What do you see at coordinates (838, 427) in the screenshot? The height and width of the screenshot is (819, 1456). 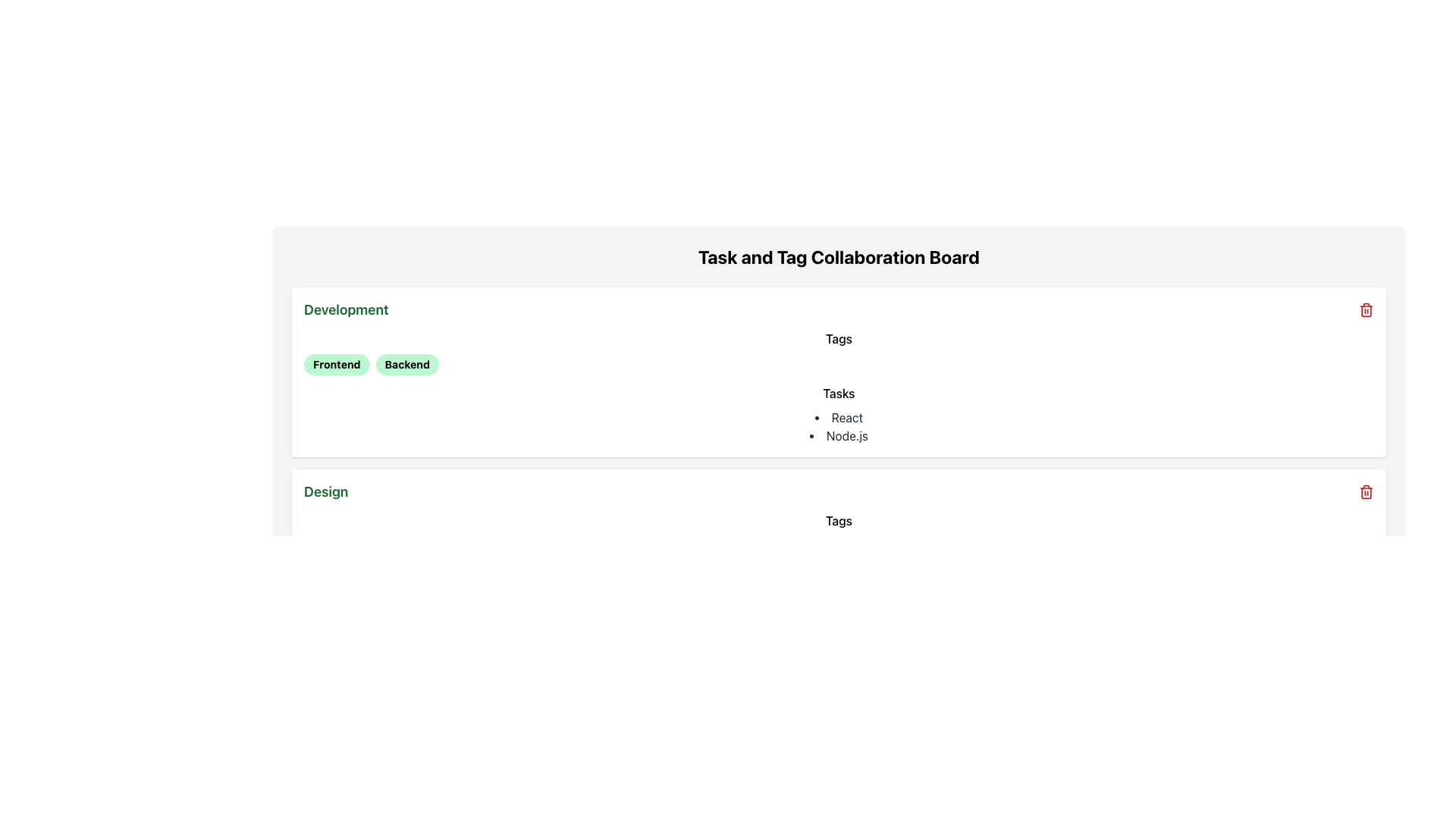 I see `the bullet point list containing 'React' and 'Node.js' items, which is located below the 'Tasks' header` at bounding box center [838, 427].